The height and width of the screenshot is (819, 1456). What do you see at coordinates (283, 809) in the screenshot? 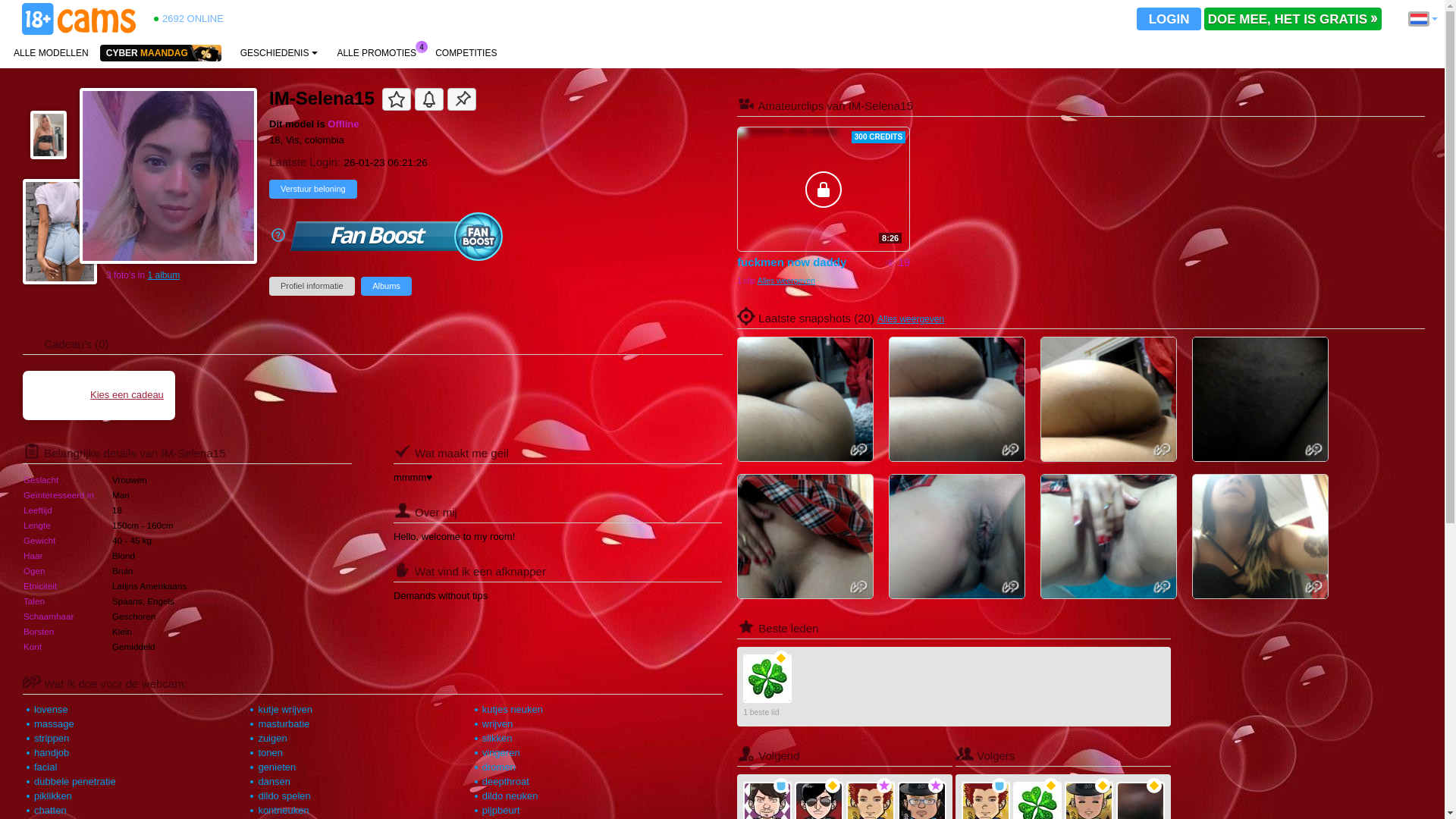
I see `'kontneuken'` at bounding box center [283, 809].